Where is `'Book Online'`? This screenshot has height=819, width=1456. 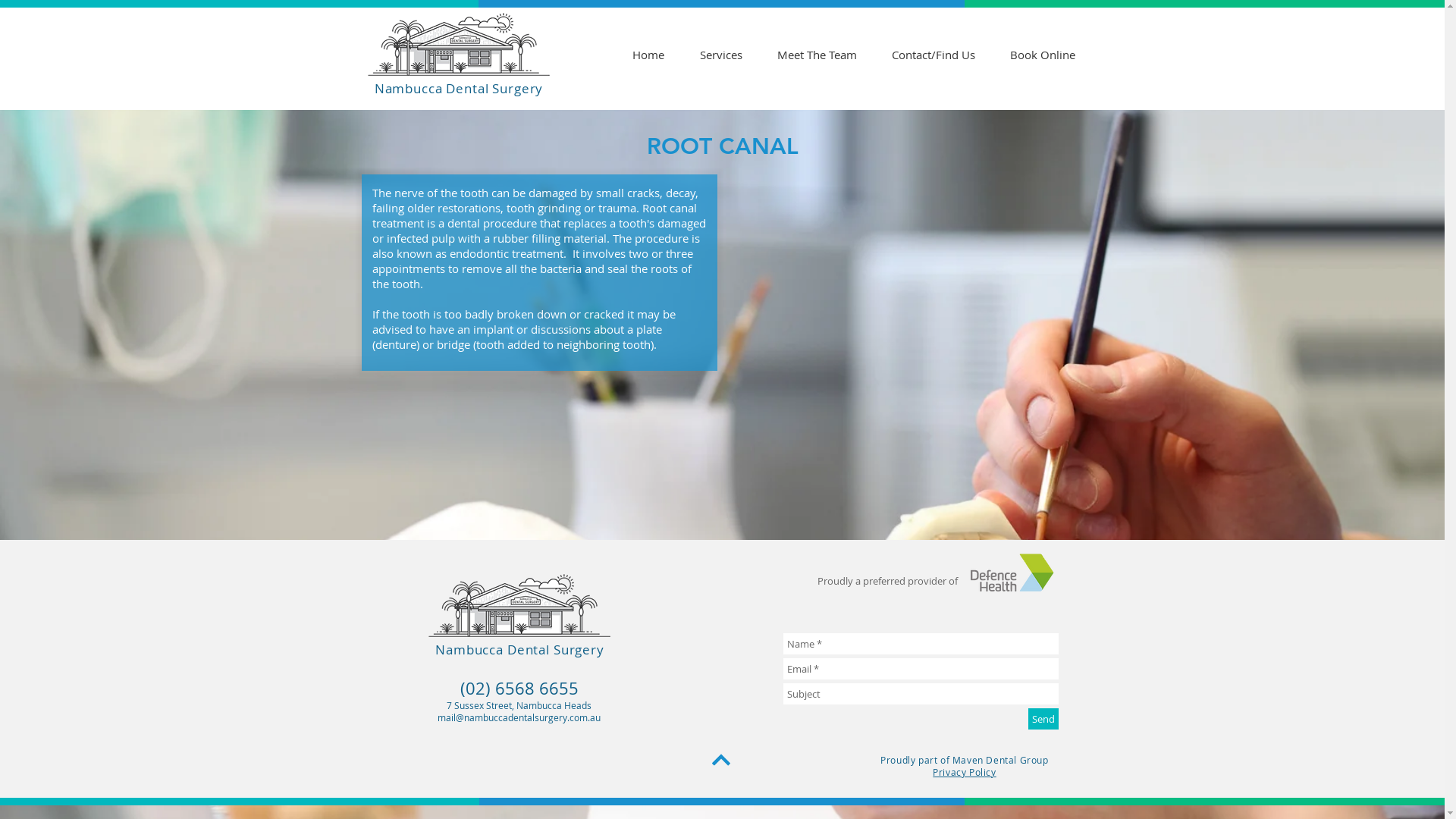
'Book Online' is located at coordinates (1040, 54).